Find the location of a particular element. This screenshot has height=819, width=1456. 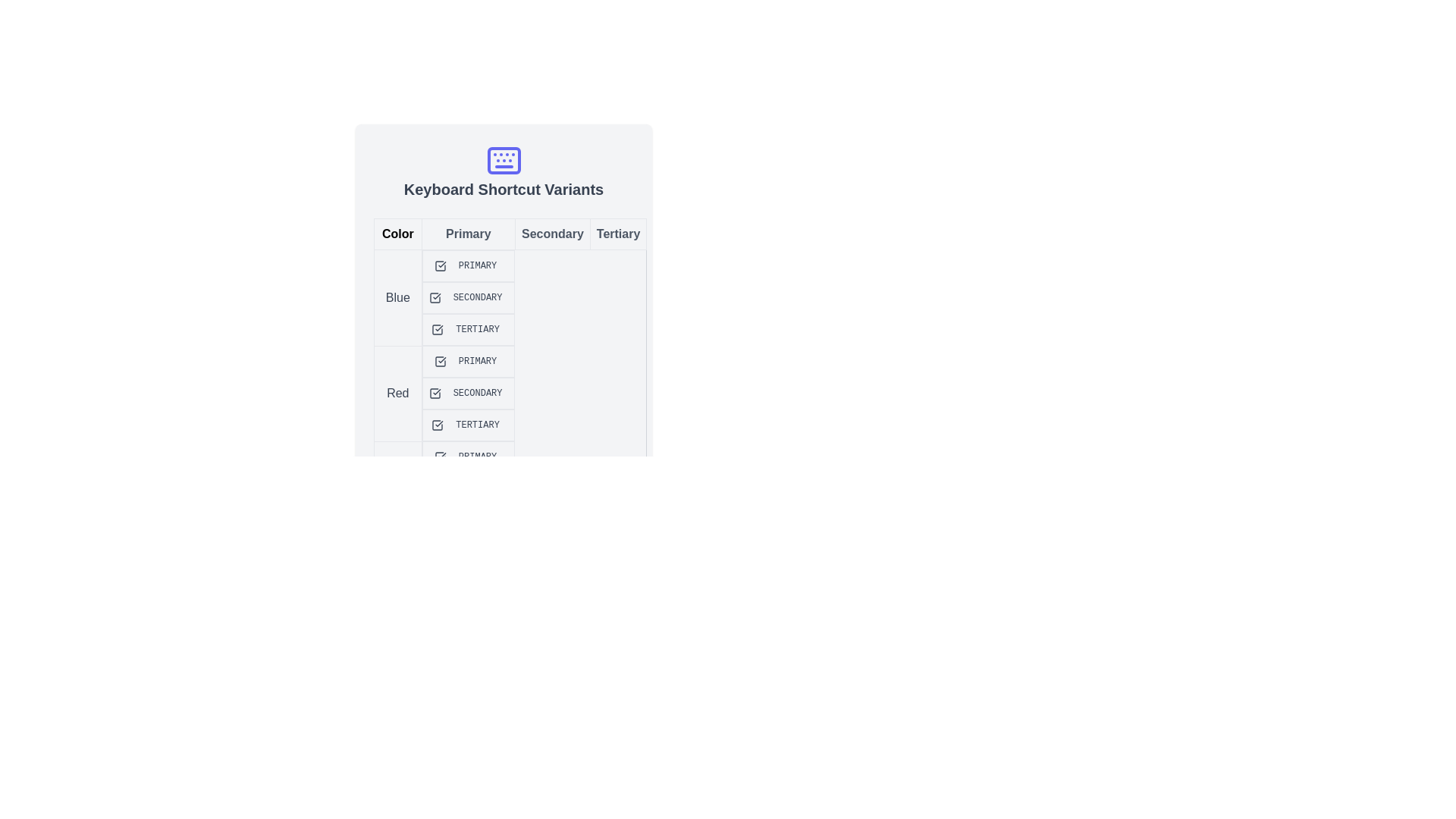

the green badge labeled 'Primary' located in the 'Red' section of the table is located at coordinates (468, 456).